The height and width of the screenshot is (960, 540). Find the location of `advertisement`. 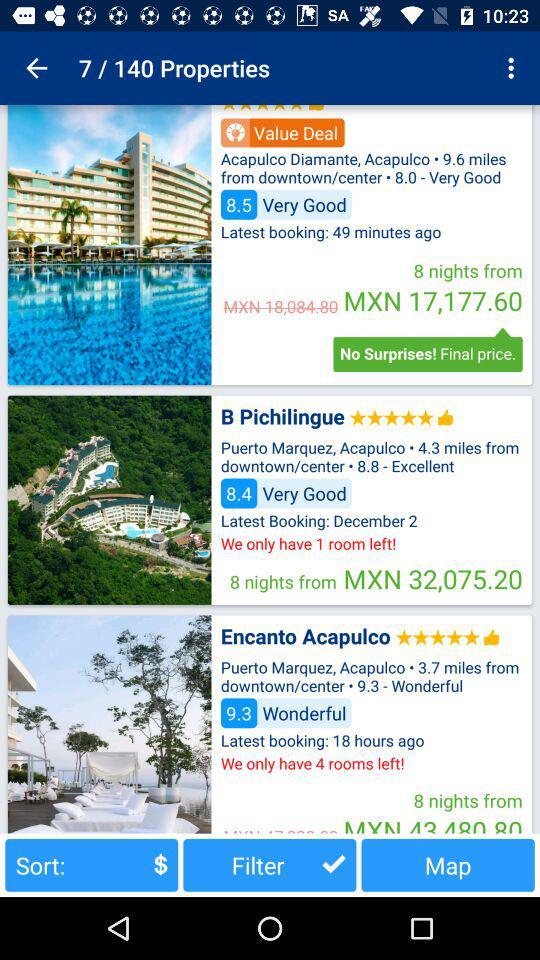

advertisement is located at coordinates (109, 244).